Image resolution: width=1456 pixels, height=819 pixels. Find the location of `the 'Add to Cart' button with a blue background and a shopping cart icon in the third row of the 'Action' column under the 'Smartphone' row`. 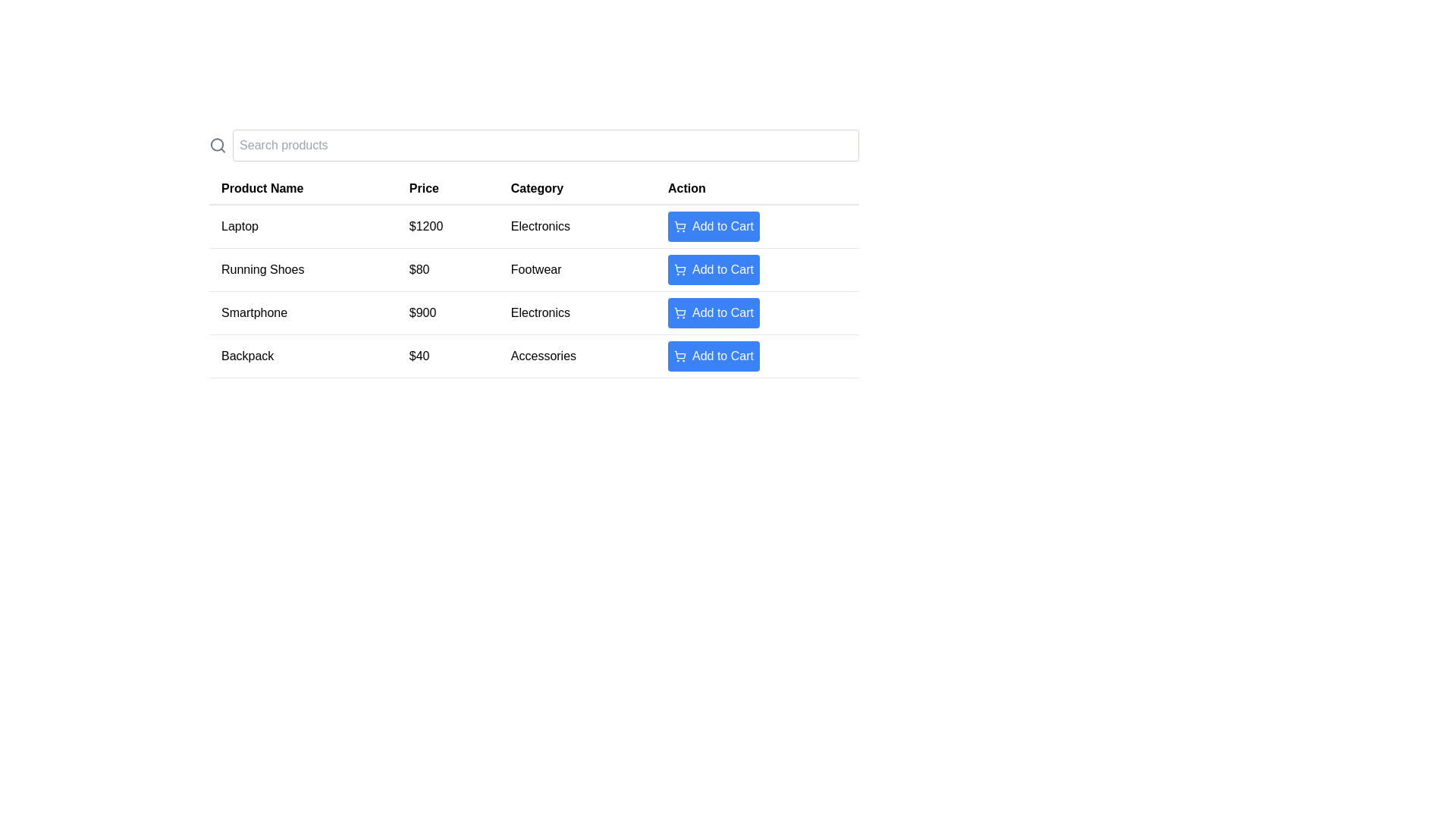

the 'Add to Cart' button with a blue background and a shopping cart icon in the third row of the 'Action' column under the 'Smartphone' row is located at coordinates (713, 312).